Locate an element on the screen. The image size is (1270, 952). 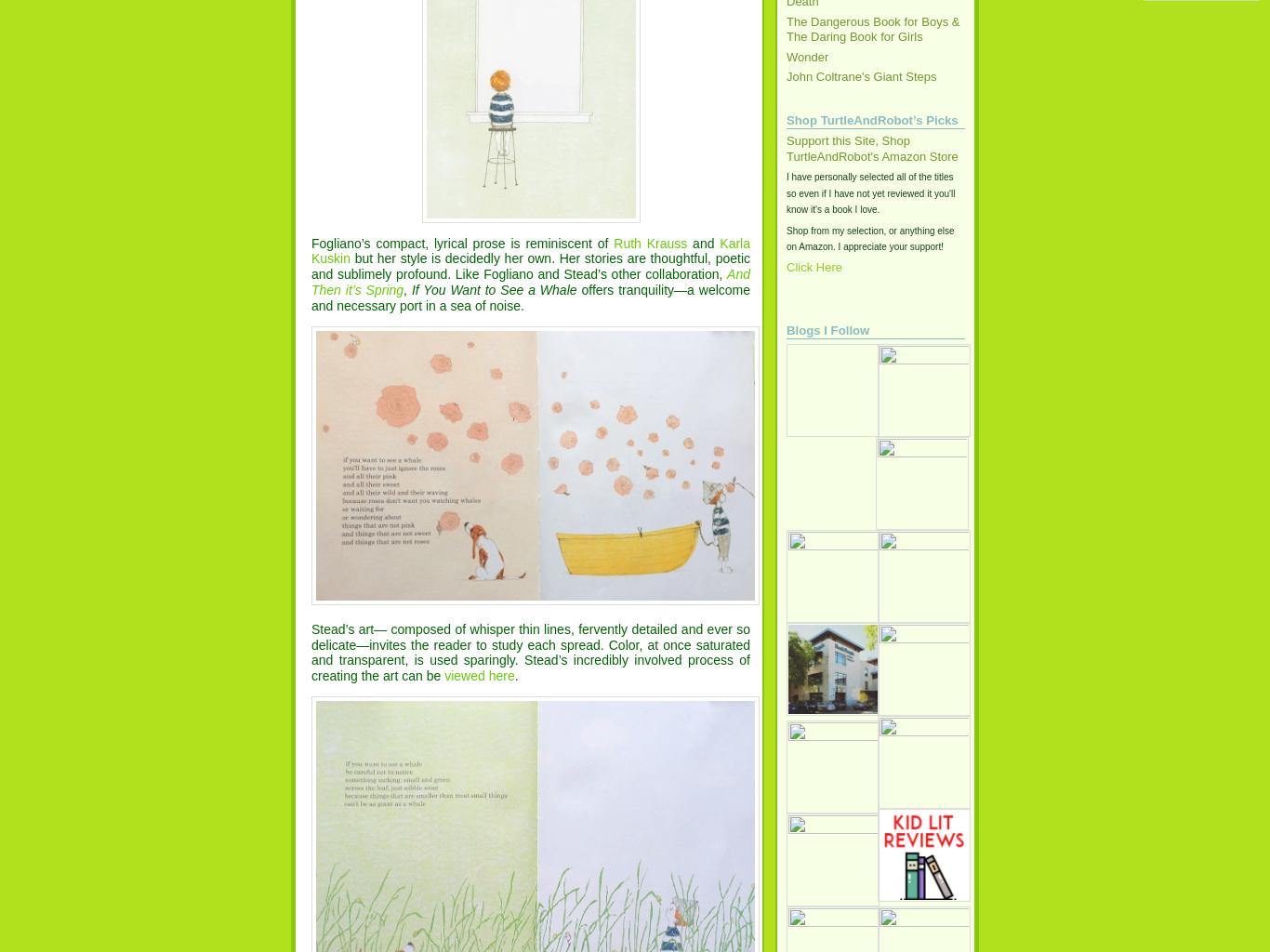
'I have personally selected all of the titles so even if I have not yet reviewed it you'll know it's a book I love.' is located at coordinates (870, 192).